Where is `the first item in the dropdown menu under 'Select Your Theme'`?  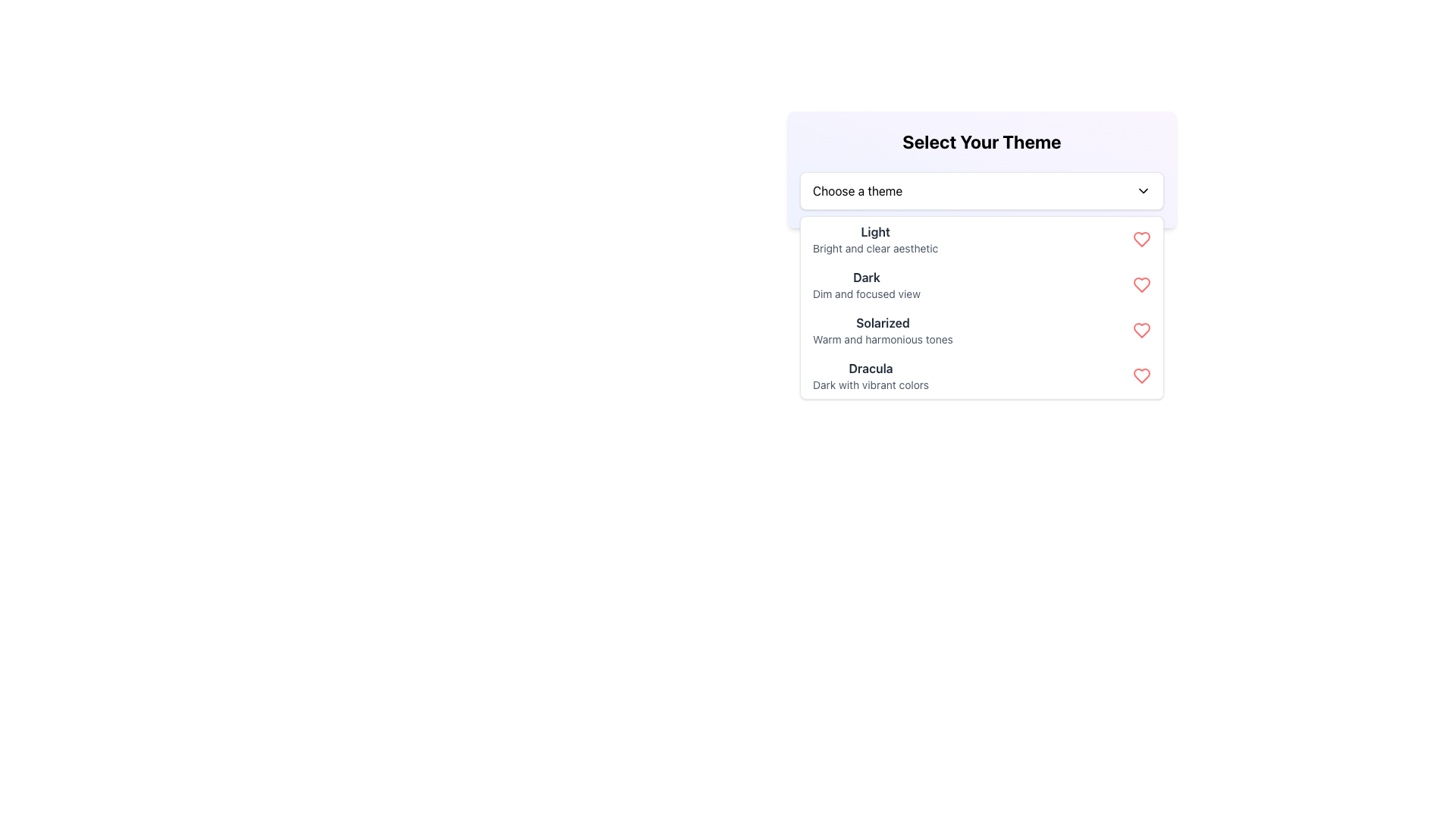
the first item in the dropdown menu under 'Select Your Theme' is located at coordinates (982, 239).